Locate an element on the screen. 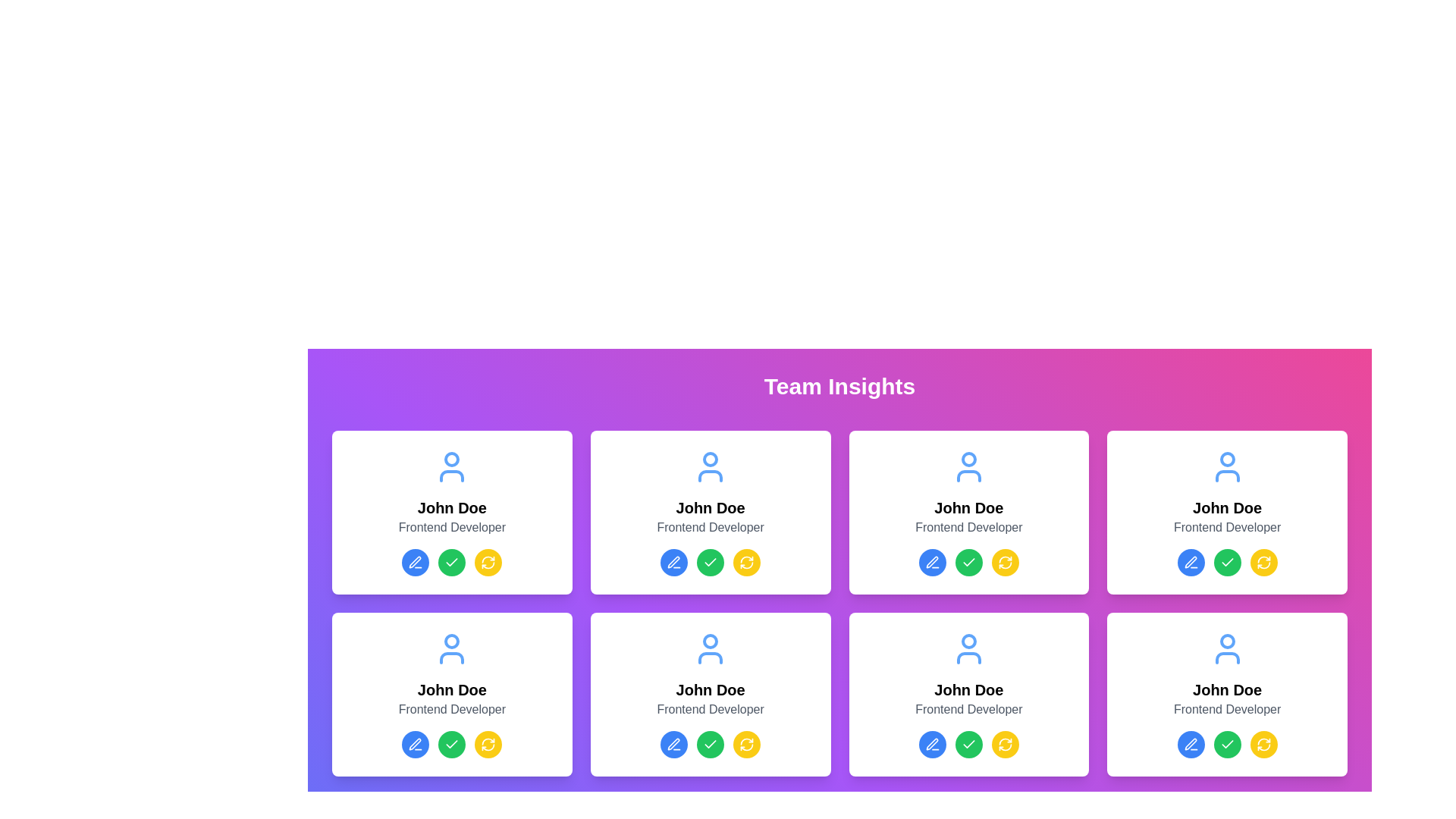  the small filled SVG circle element that is centrally aligned at the top part of a user icon within a card layout is located at coordinates (451, 641).